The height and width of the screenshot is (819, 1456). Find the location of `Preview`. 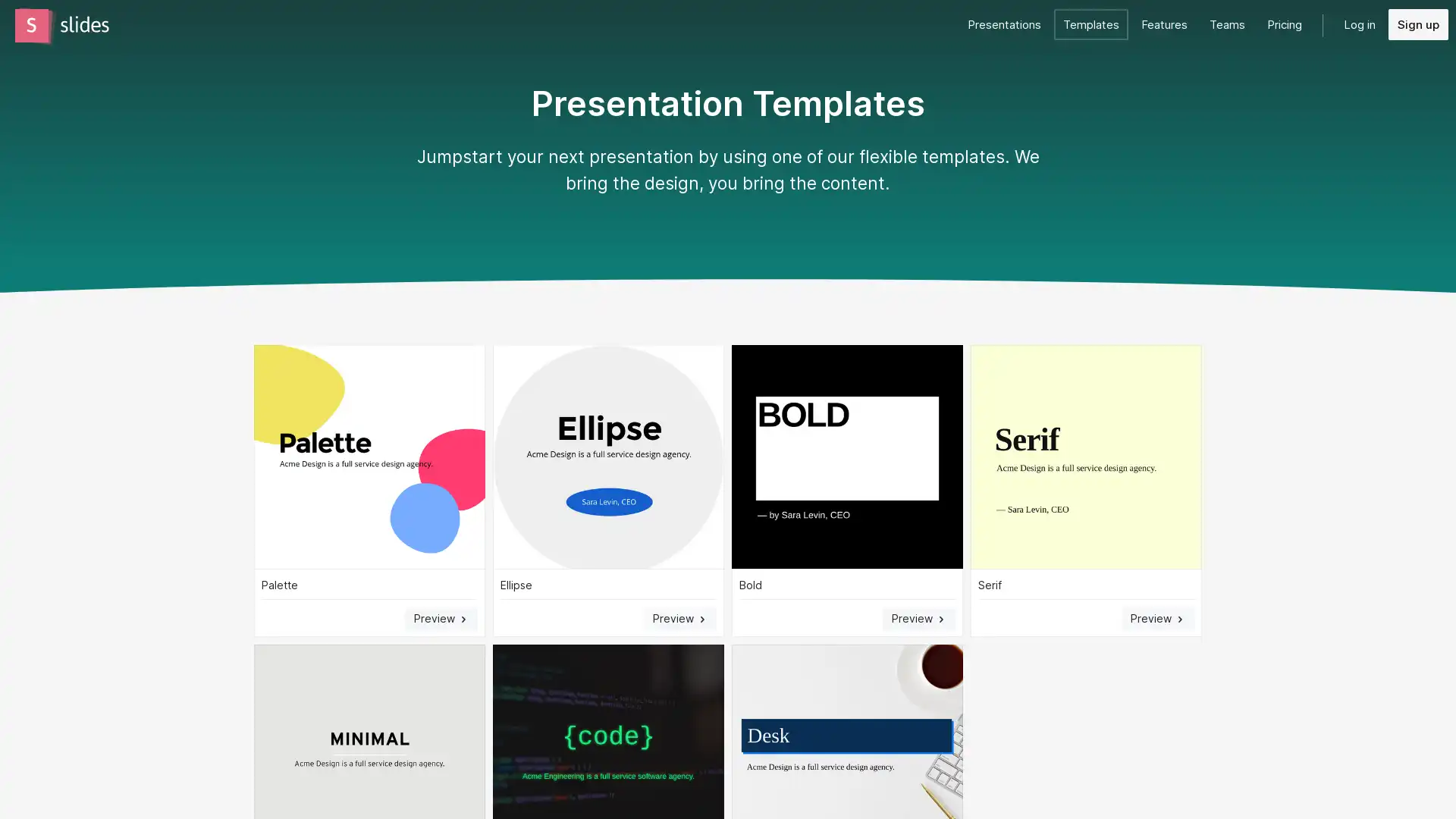

Preview is located at coordinates (1156, 618).